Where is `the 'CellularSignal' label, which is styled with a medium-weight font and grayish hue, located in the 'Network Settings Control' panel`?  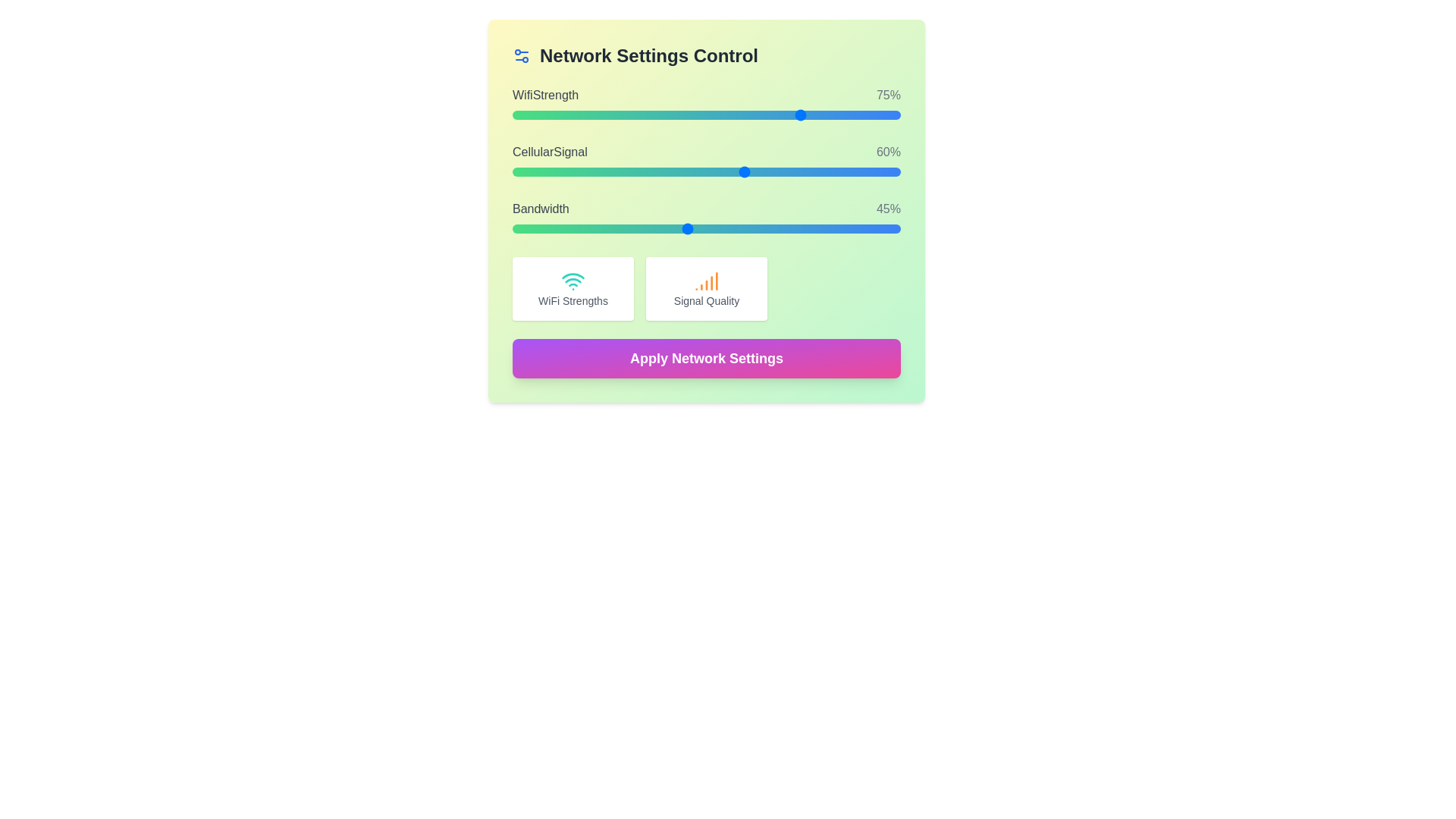
the 'CellularSignal' label, which is styled with a medium-weight font and grayish hue, located in the 'Network Settings Control' panel is located at coordinates (549, 152).